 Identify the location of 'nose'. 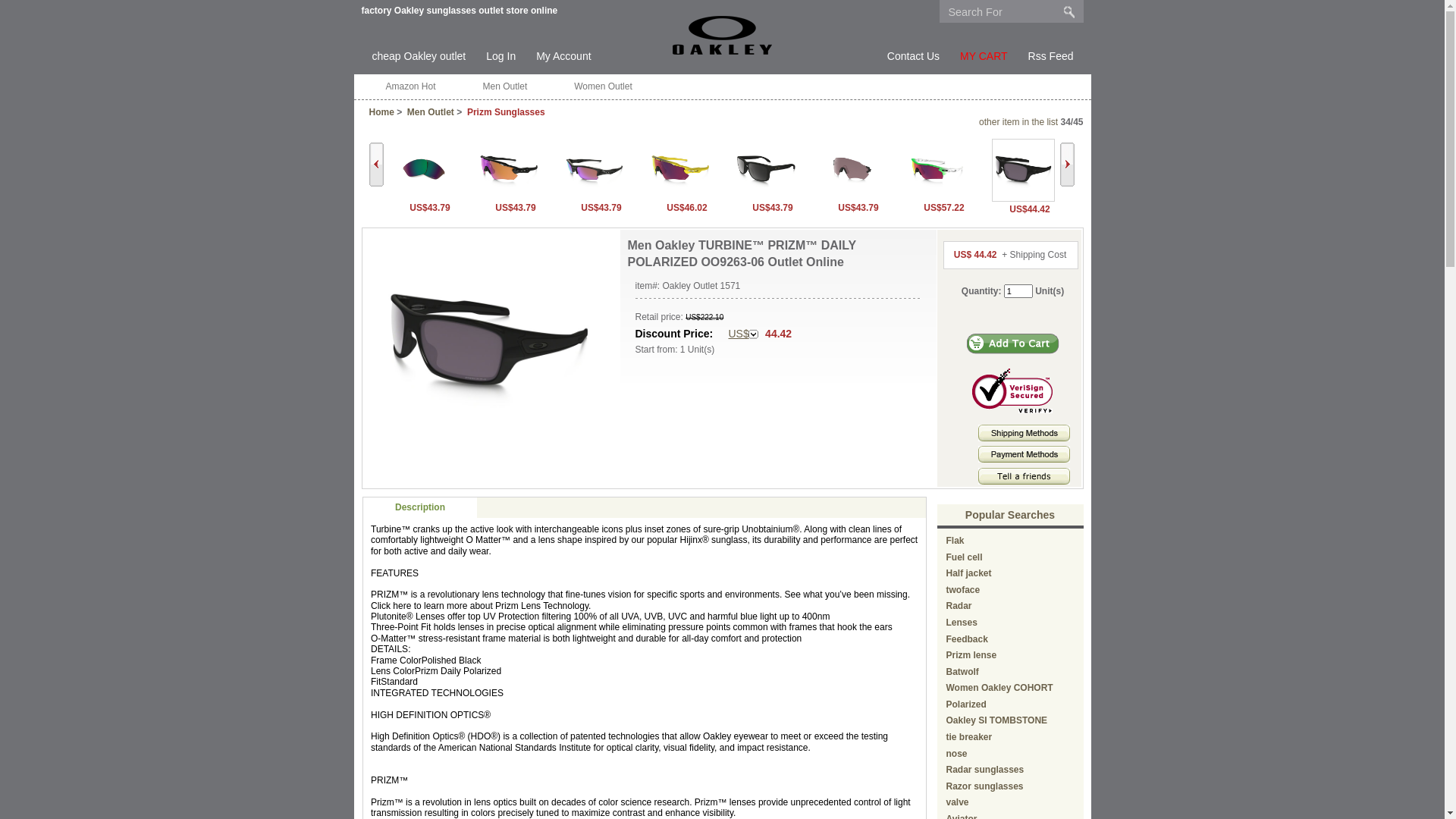
(956, 754).